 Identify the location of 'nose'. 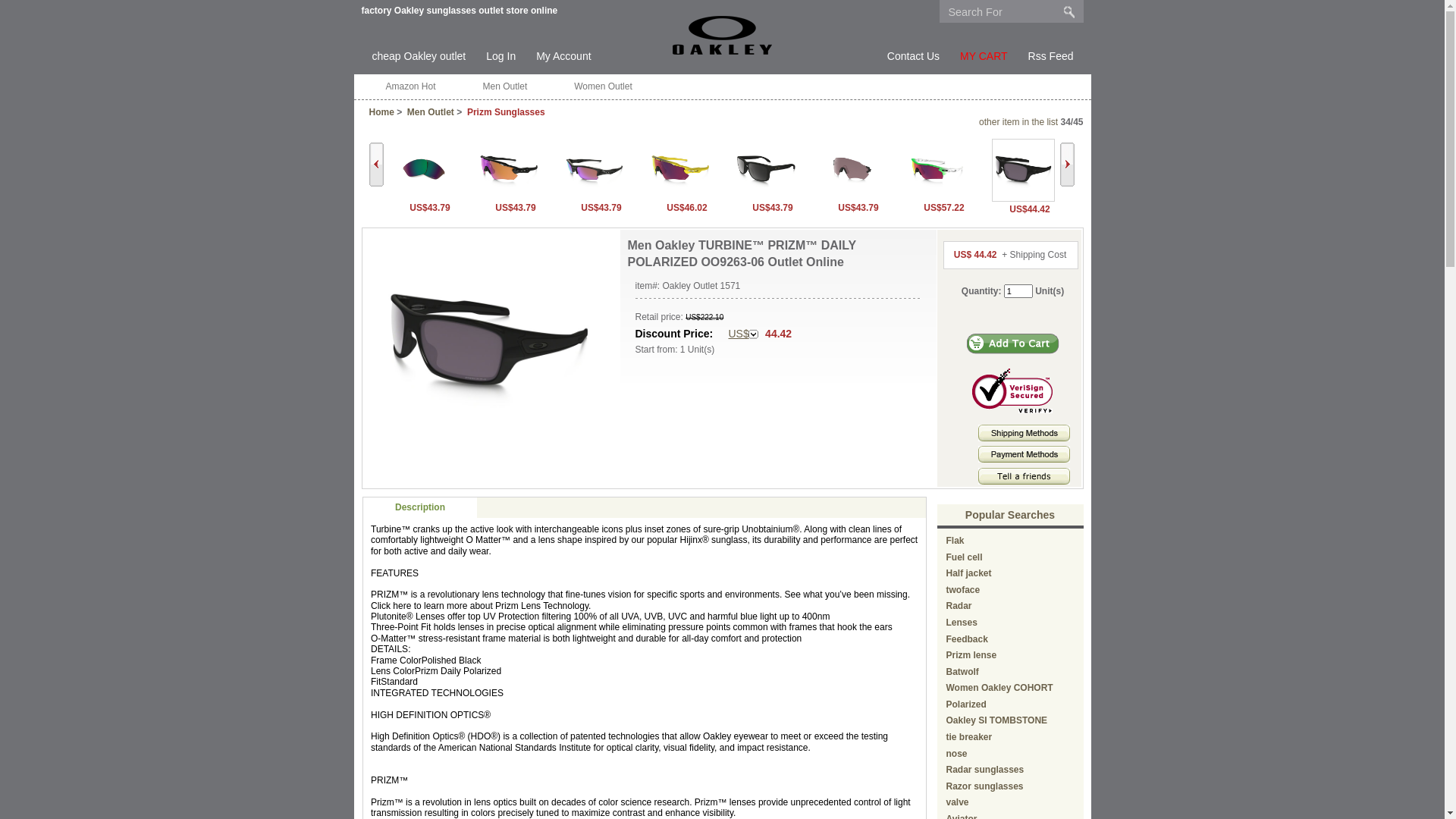
(956, 754).